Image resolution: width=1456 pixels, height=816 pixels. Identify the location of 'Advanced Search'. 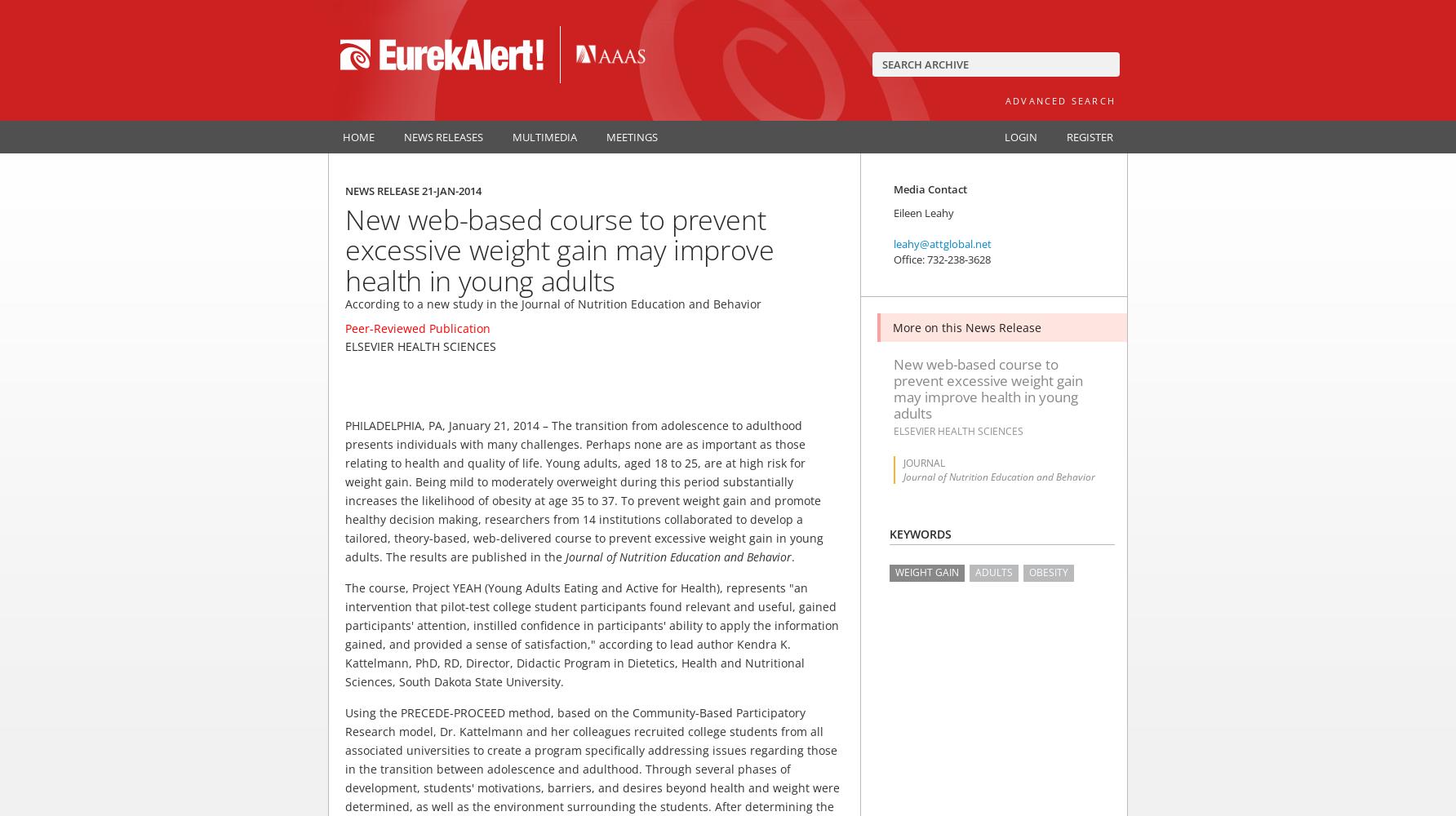
(1005, 100).